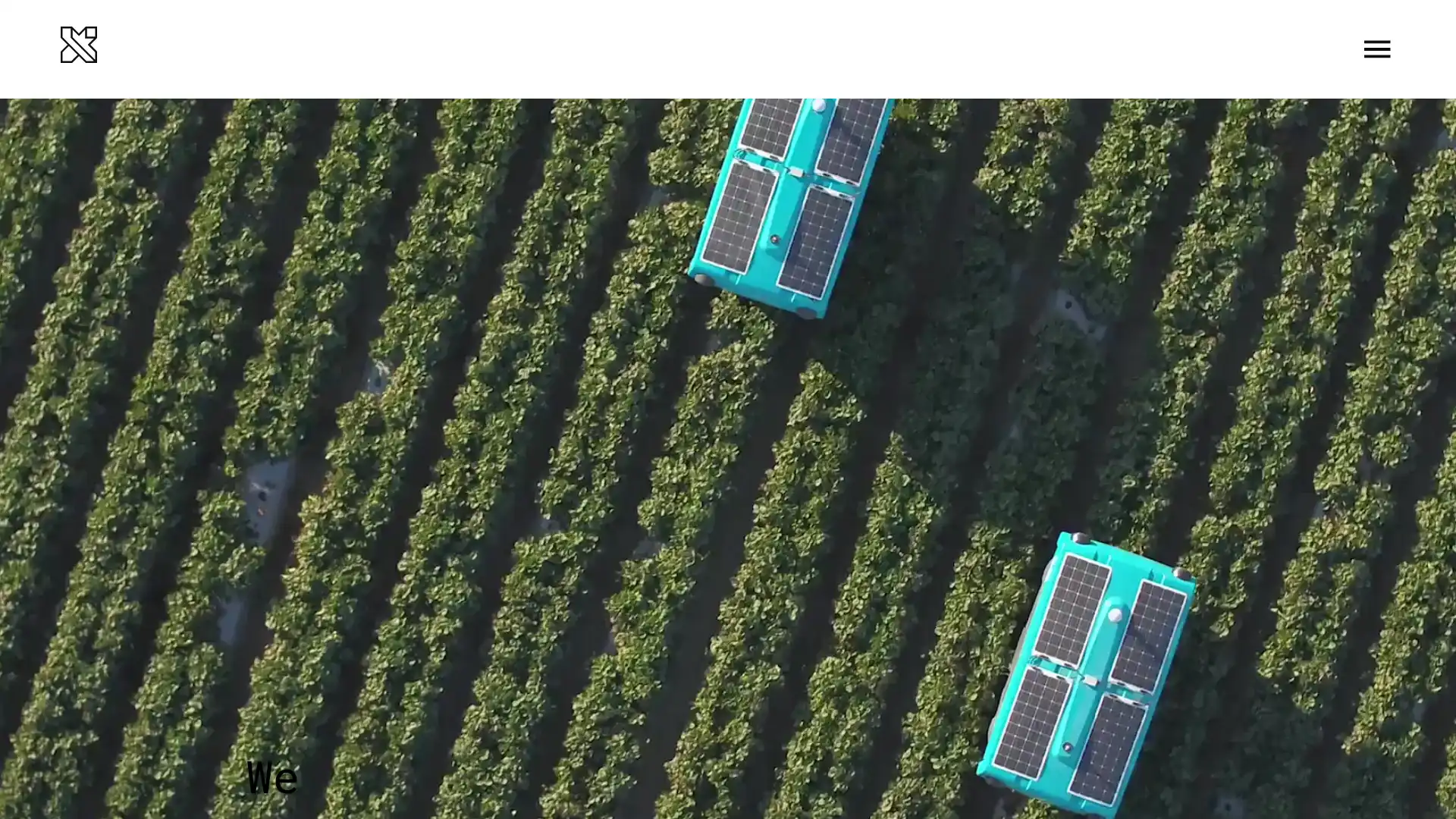 Image resolution: width=1456 pixels, height=819 pixels. I want to click on Testing in the Australian skies Project Wing begins delivering food and other goods to families in rural areas around Canberra, Australia., so click(768, 115).